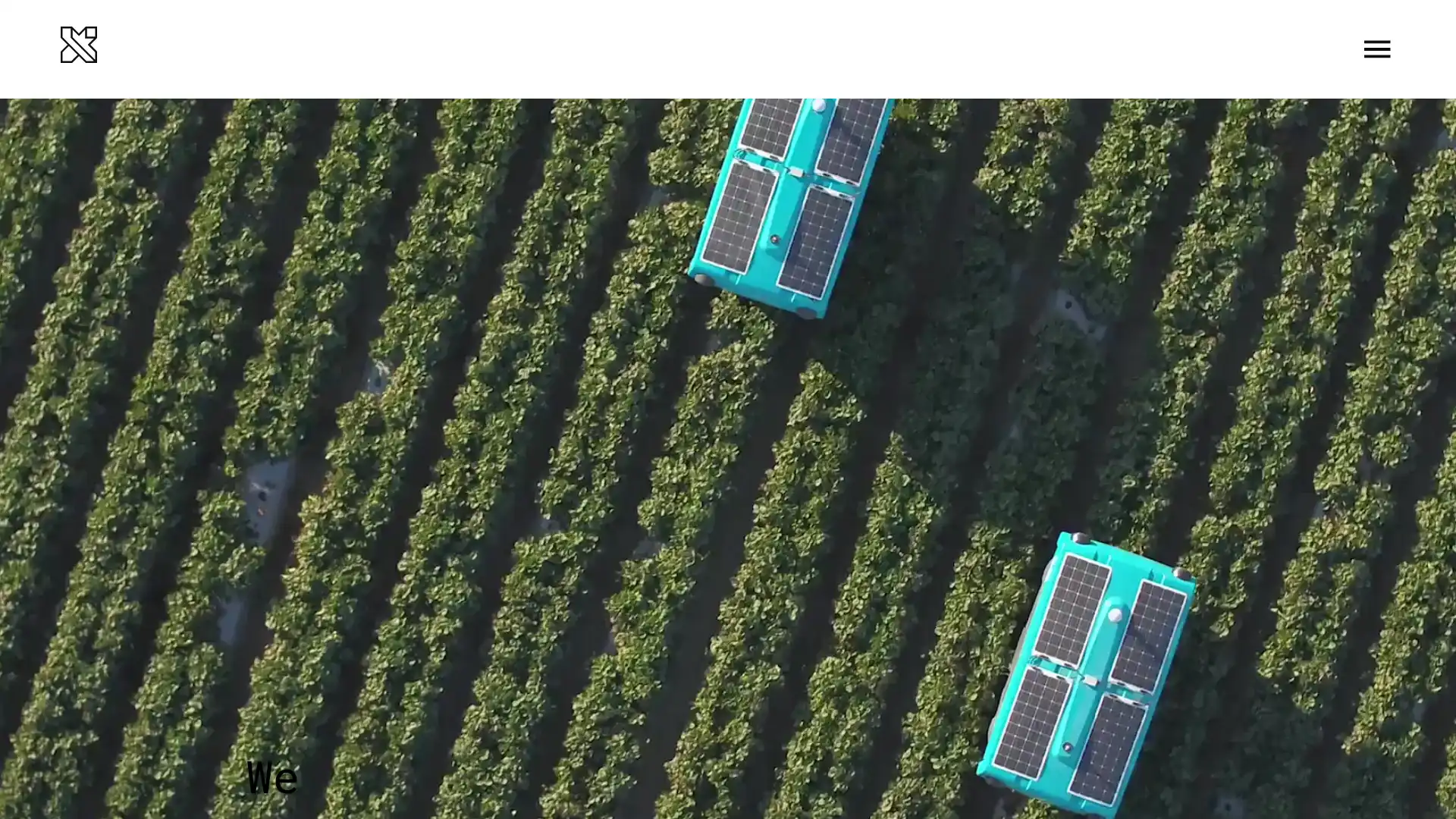 Image resolution: width=1456 pixels, height=819 pixels. I want to click on Testing in the Australian skies Project Wing begins delivering food and other goods to families in rural areas around Canberra, Australia., so click(768, 115).